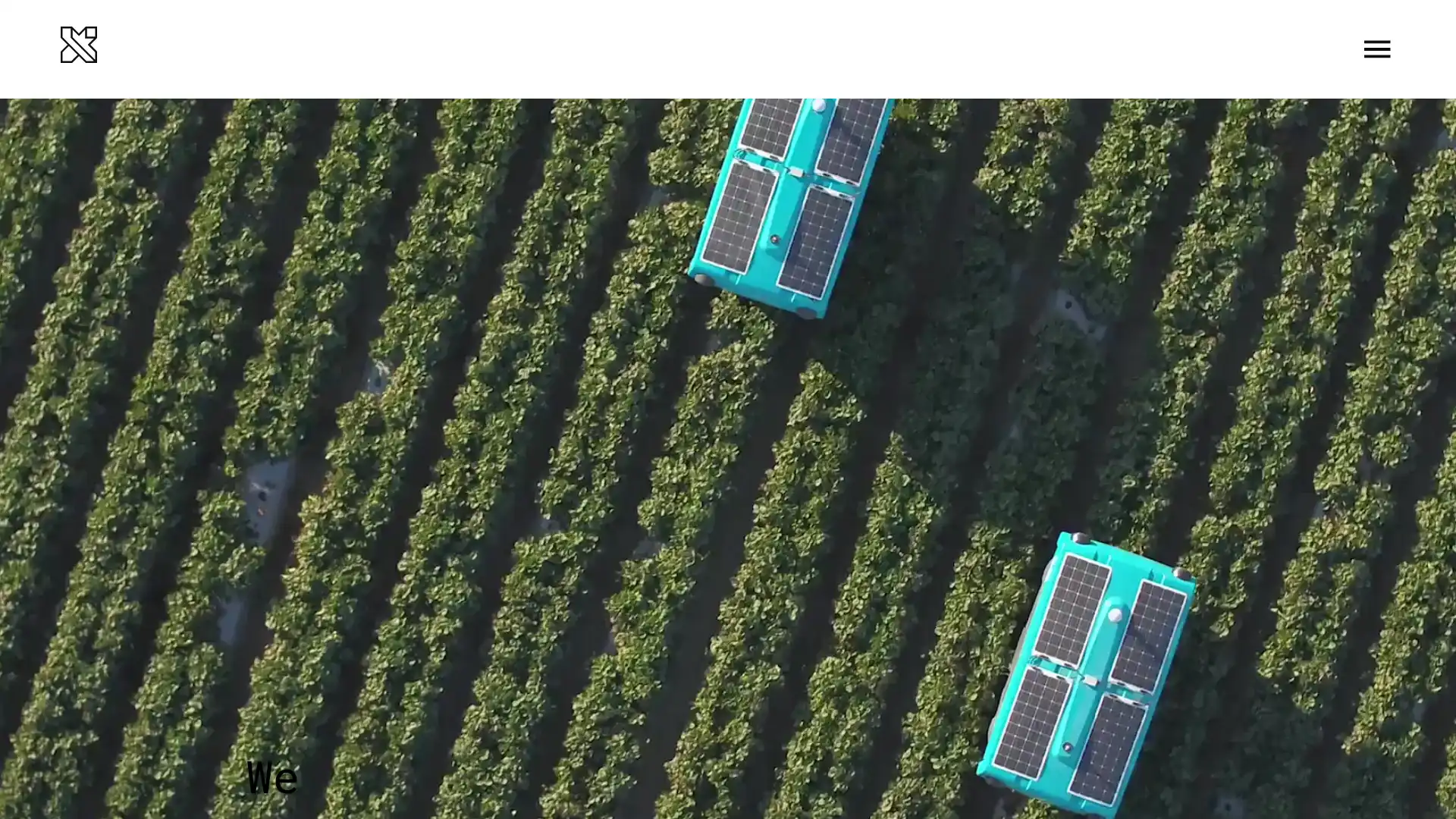 Image resolution: width=1456 pixels, height=819 pixels. I want to click on Testing in the Australian skies Project Wing begins delivering food and other goods to families in rural areas around Canberra, Australia., so click(768, 115).